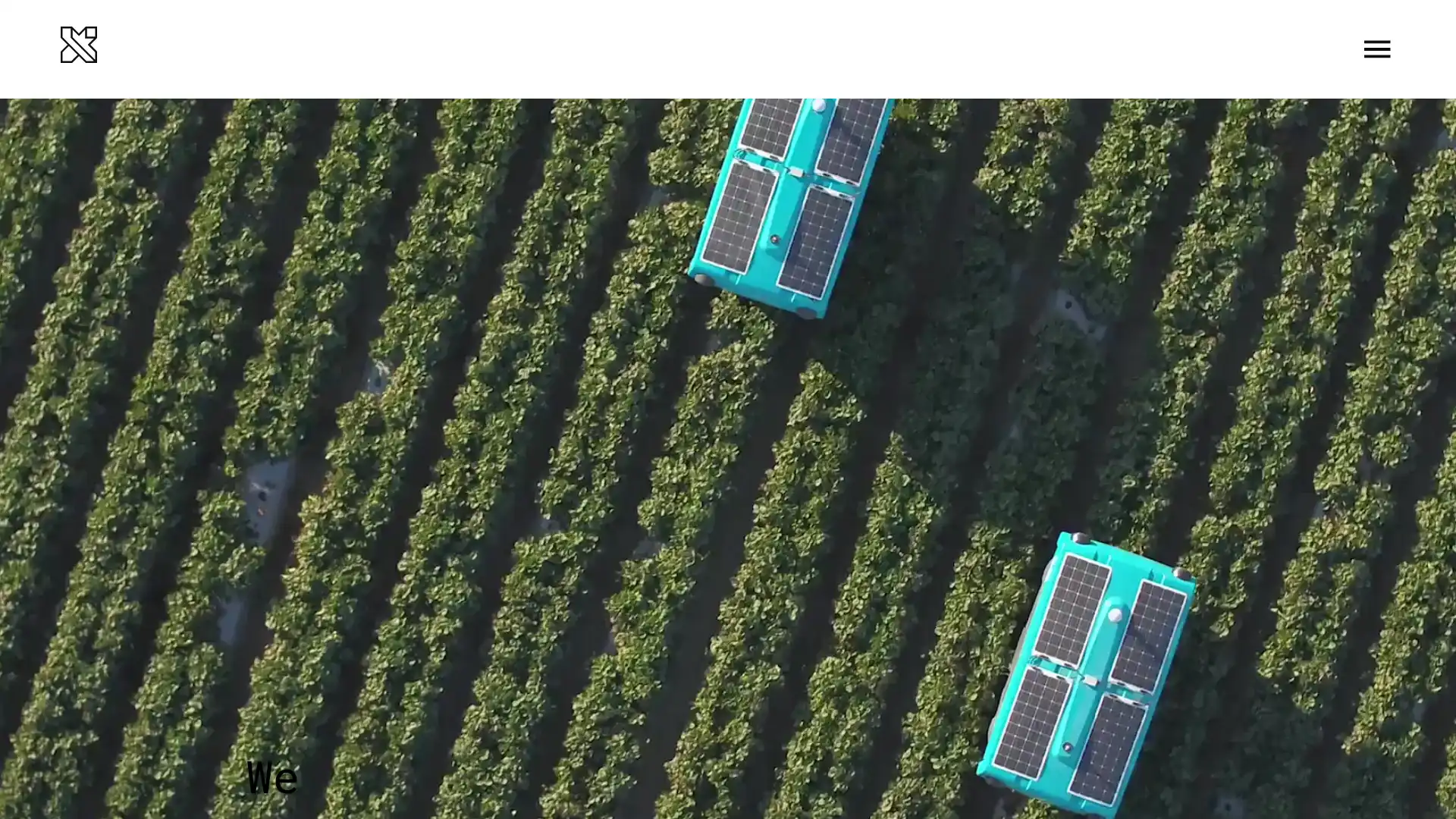 Image resolution: width=1456 pixels, height=819 pixels. I want to click on Testing in the Australian skies Project Wing begins delivering food and other goods to families in rural areas around Canberra, Australia., so click(768, 115).